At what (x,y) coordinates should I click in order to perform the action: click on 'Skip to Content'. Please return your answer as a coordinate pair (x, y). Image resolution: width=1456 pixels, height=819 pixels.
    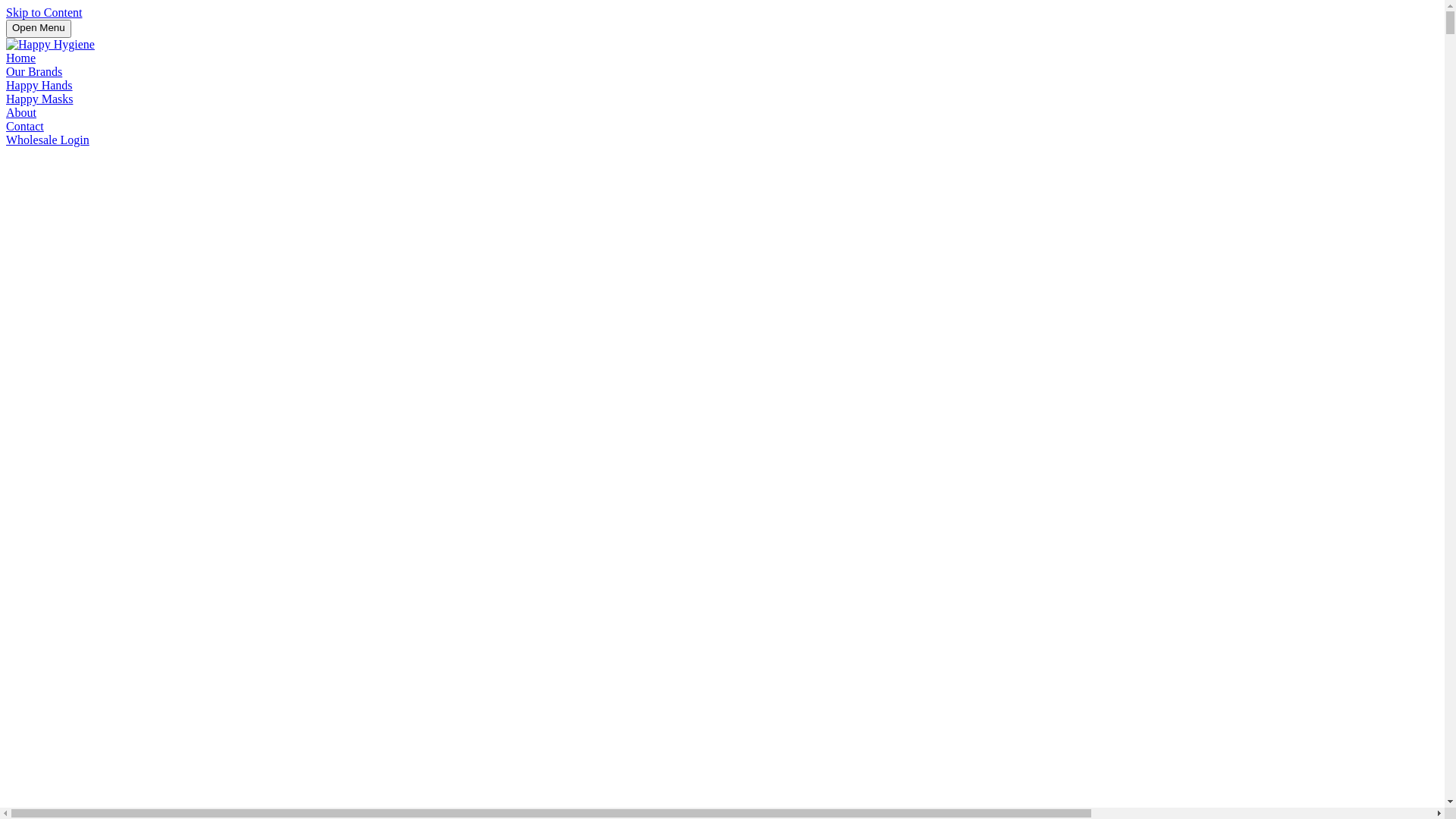
    Looking at the image, I should click on (43, 12).